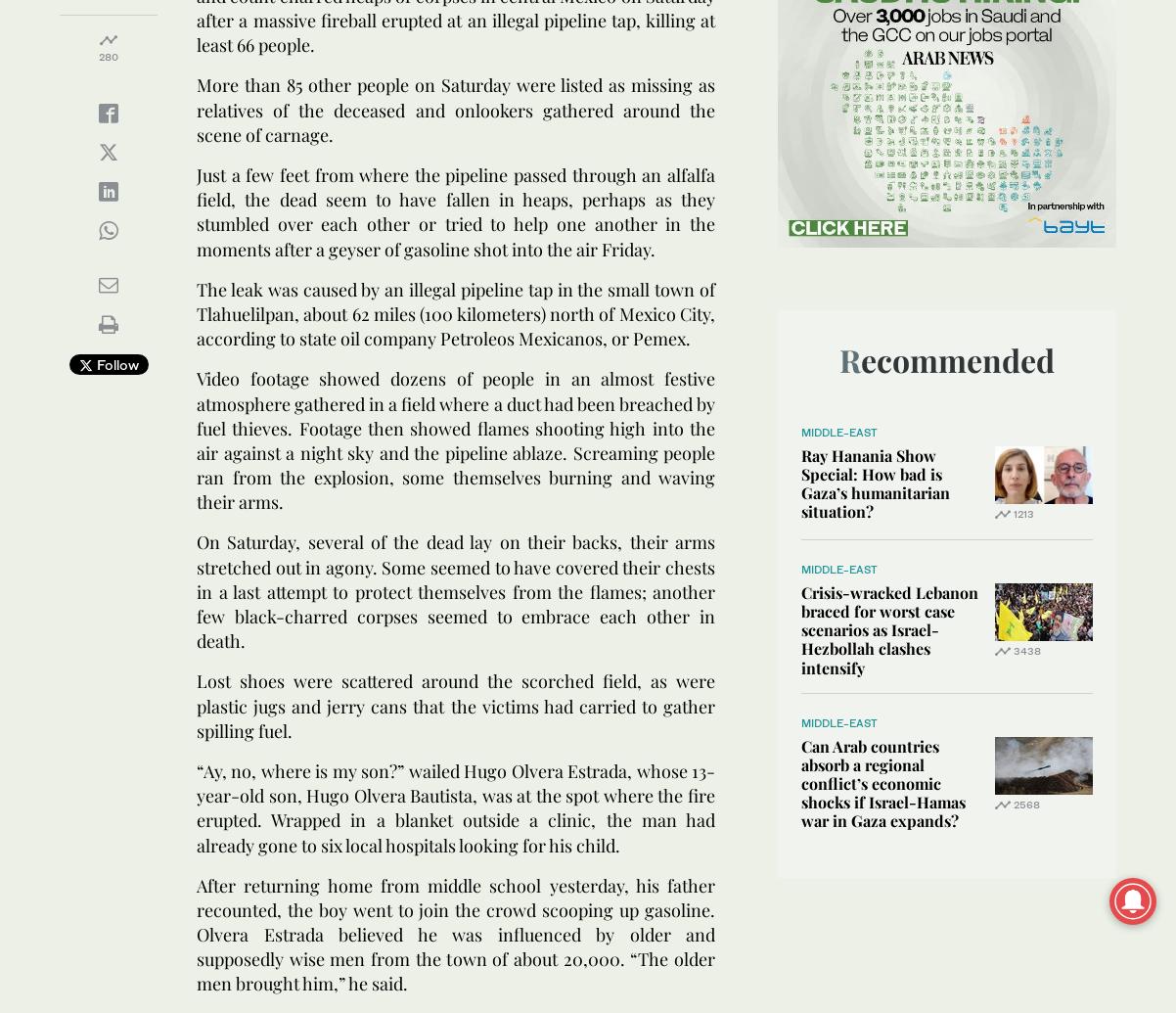 The height and width of the screenshot is (1013, 1176). I want to click on '2568', so click(1025, 802).